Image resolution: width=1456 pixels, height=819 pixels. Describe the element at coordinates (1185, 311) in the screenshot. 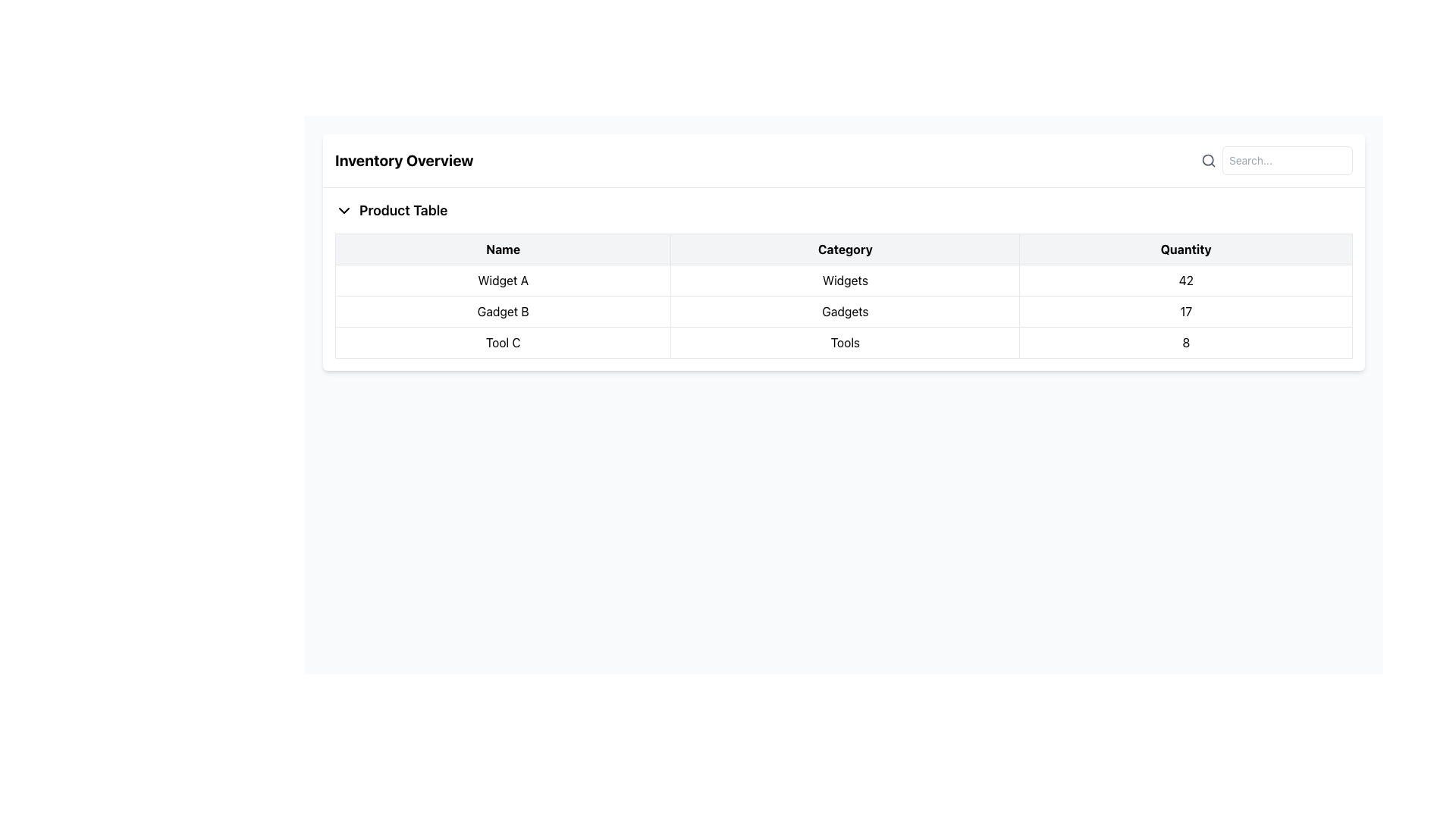

I see `the quantity text for 'Gadget B' located in the third column under the 'Quantity' header in the table` at that location.